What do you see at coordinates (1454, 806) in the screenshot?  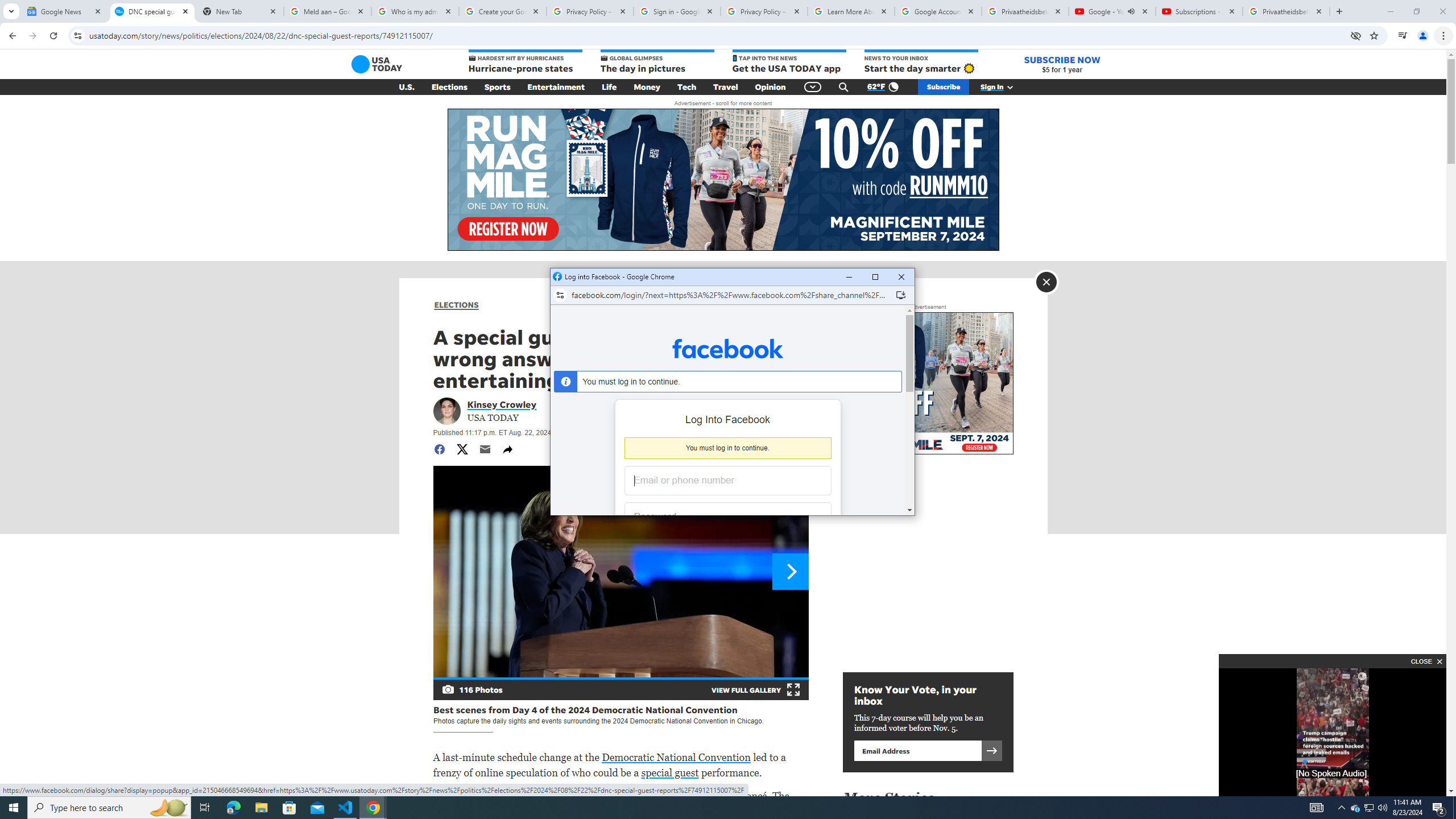 I see `'Show desktop'` at bounding box center [1454, 806].